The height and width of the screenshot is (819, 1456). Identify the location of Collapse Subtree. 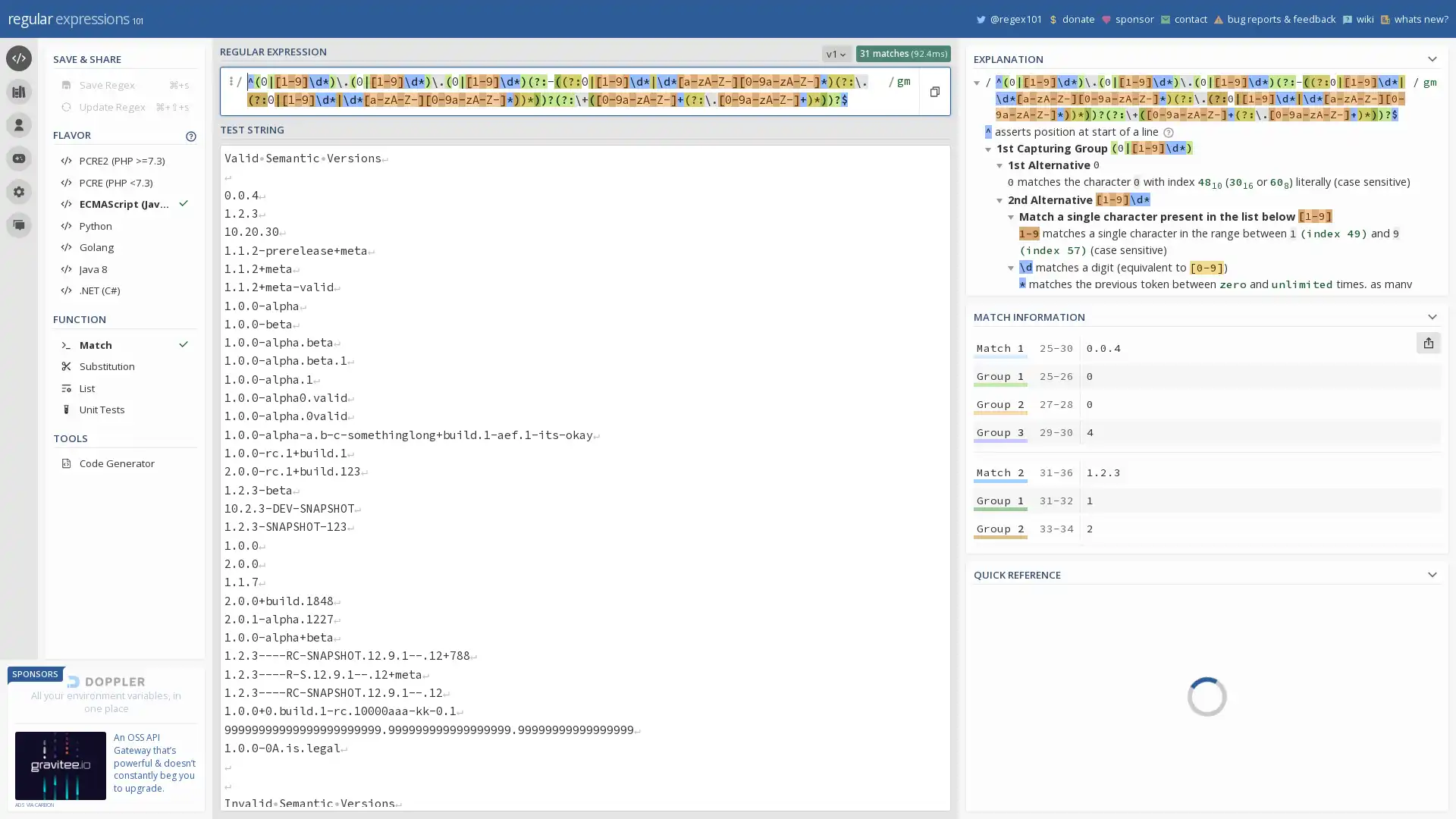
(1013, 265).